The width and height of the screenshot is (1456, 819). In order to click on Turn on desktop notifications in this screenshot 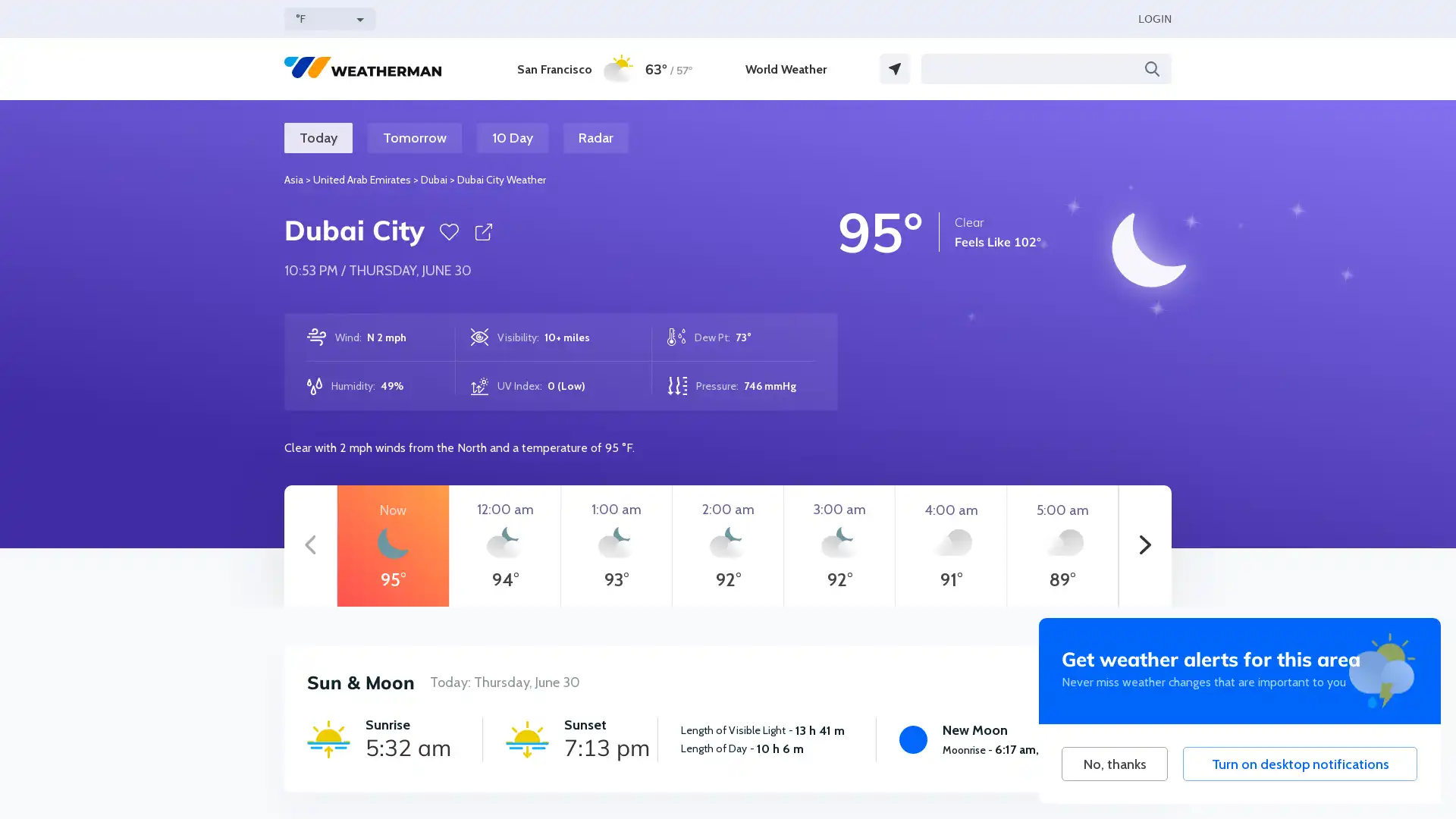, I will do `click(1299, 764)`.